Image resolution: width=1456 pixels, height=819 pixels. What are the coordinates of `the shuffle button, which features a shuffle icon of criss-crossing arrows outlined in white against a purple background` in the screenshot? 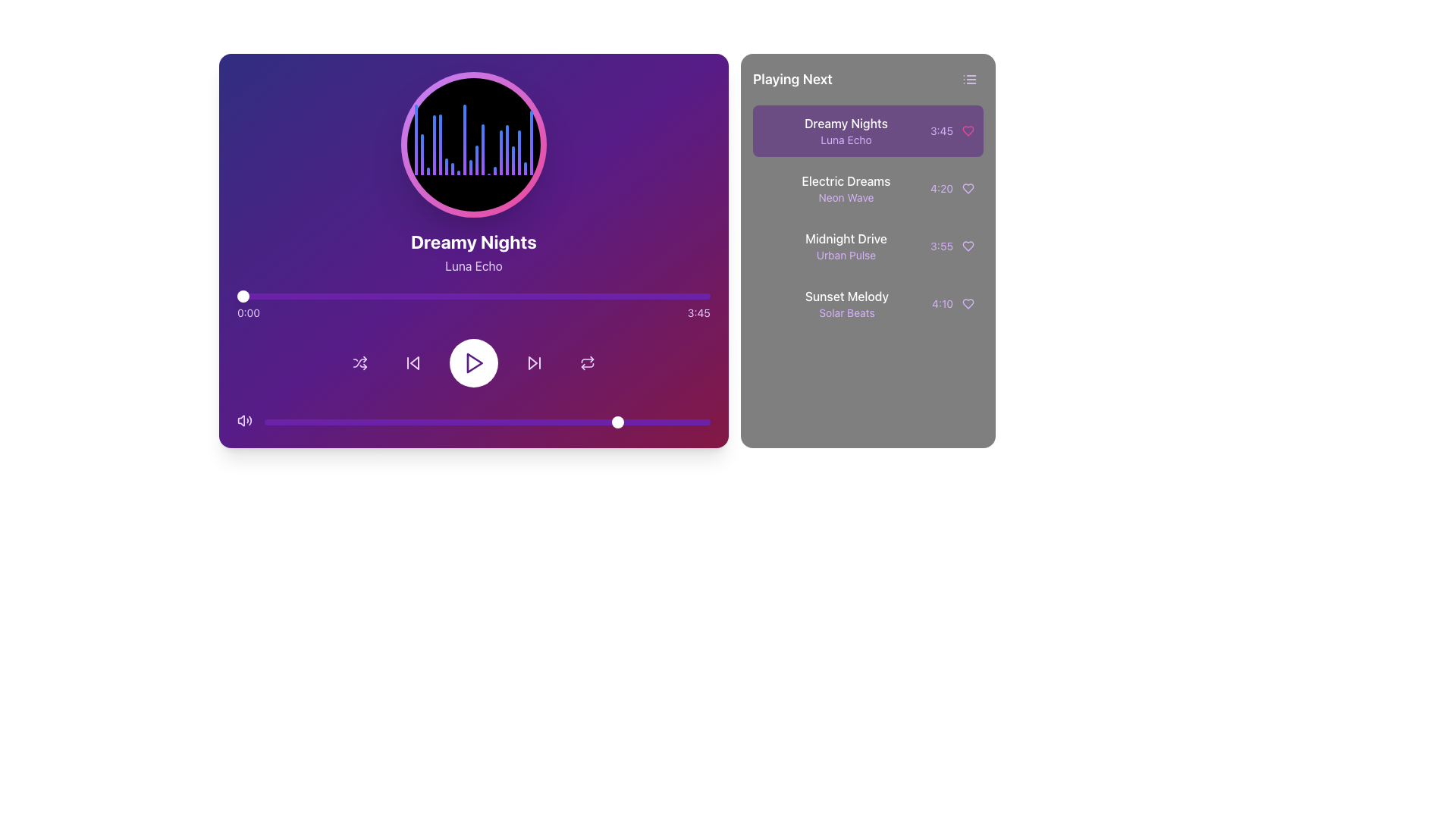 It's located at (359, 362).